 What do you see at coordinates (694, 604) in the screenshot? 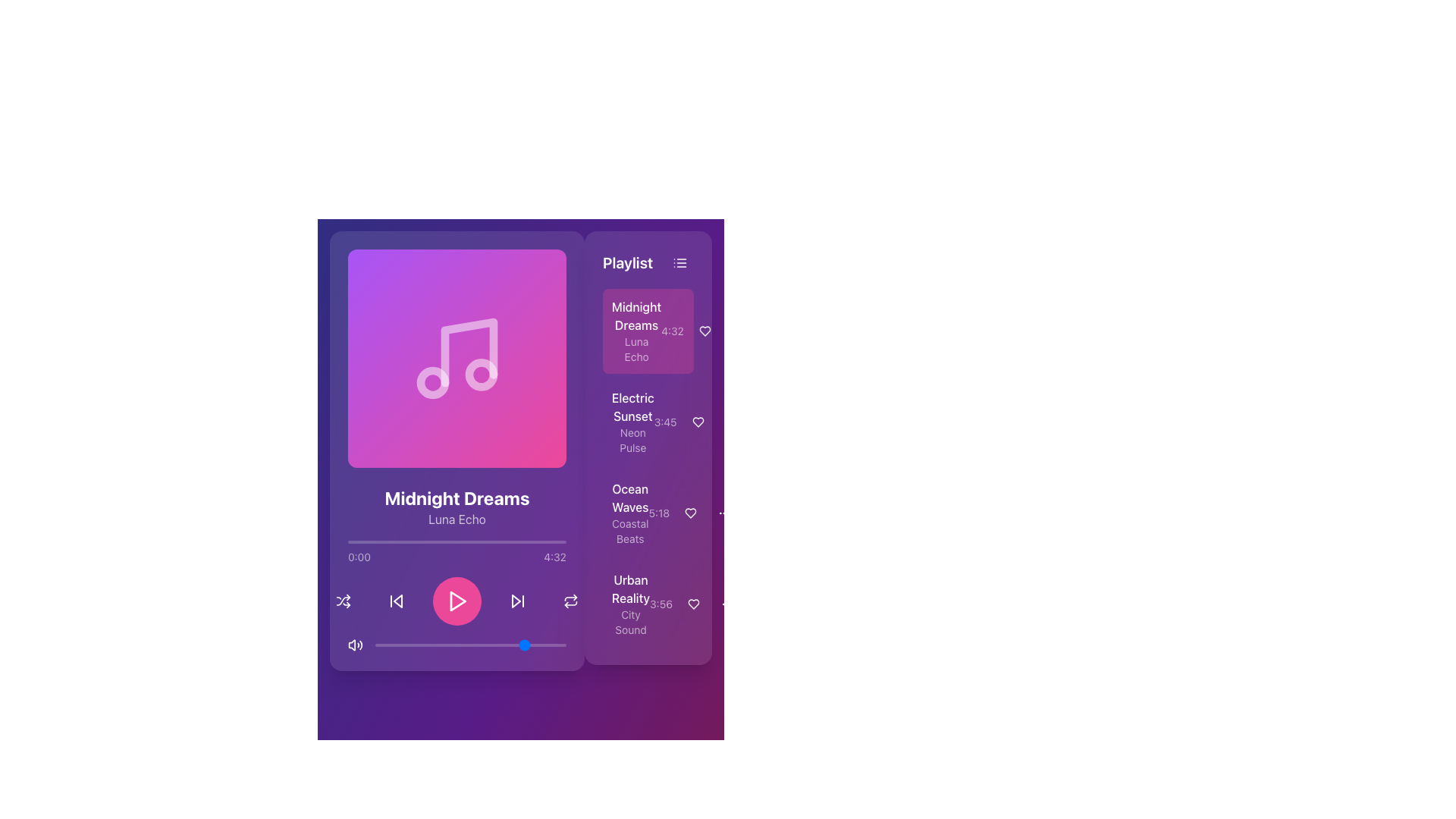
I see `the heart icon button that serves as a favorite or like button for the song 'Urban Reality'` at bounding box center [694, 604].